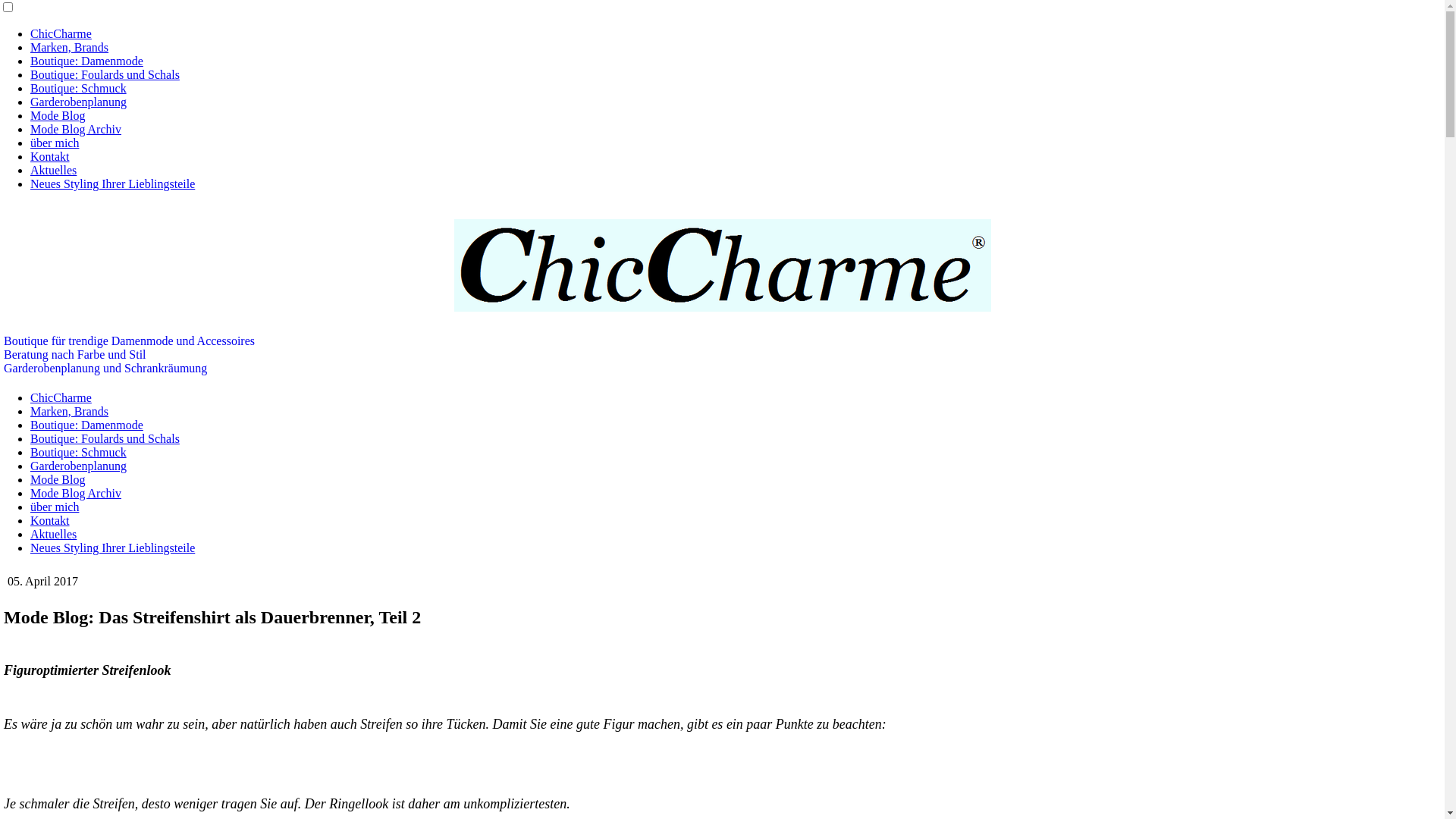 This screenshot has height=819, width=1456. I want to click on 'Mode Blog', so click(58, 479).